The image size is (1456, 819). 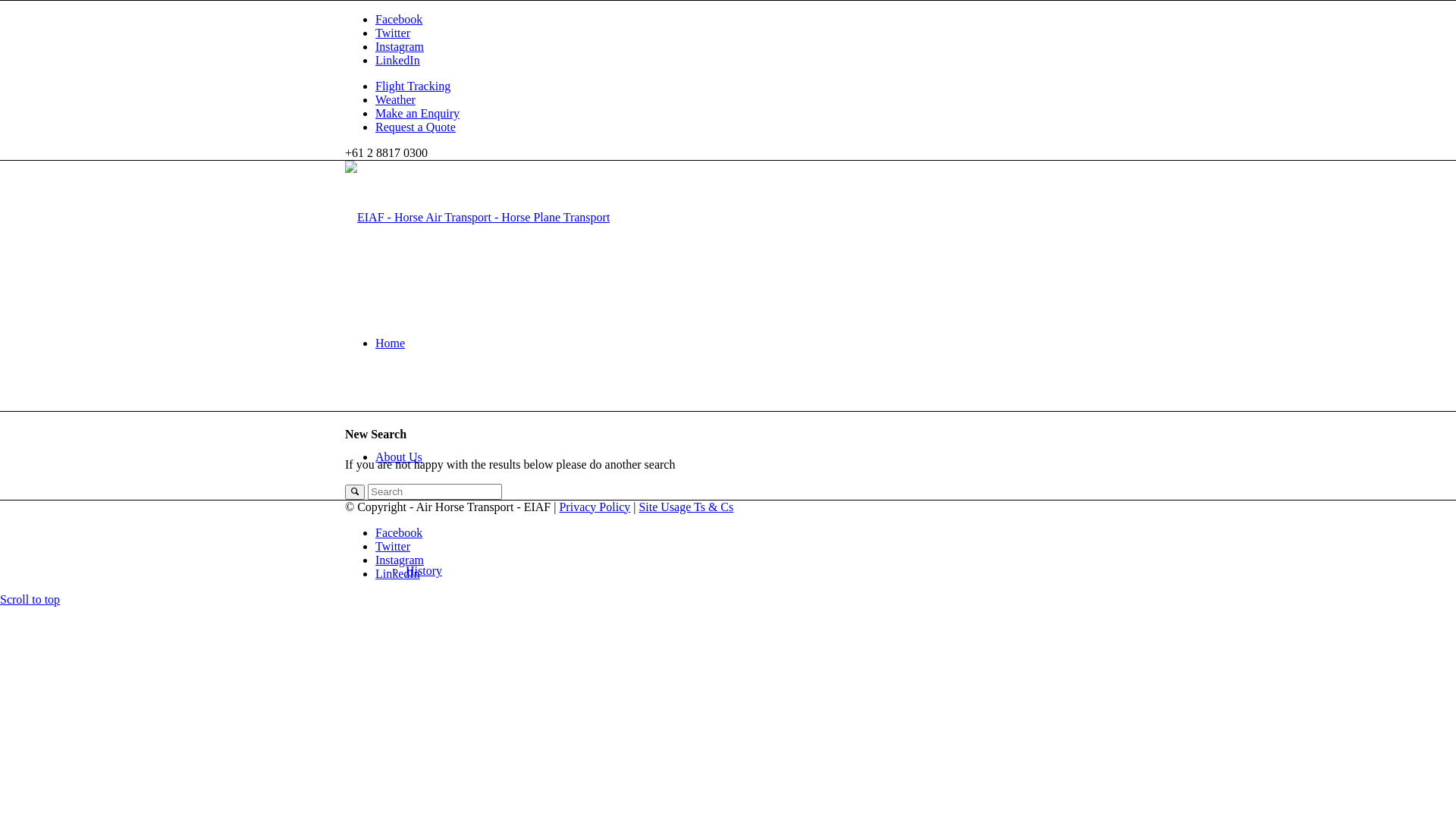 I want to click on 'Privacy Policy', so click(x=558, y=507).